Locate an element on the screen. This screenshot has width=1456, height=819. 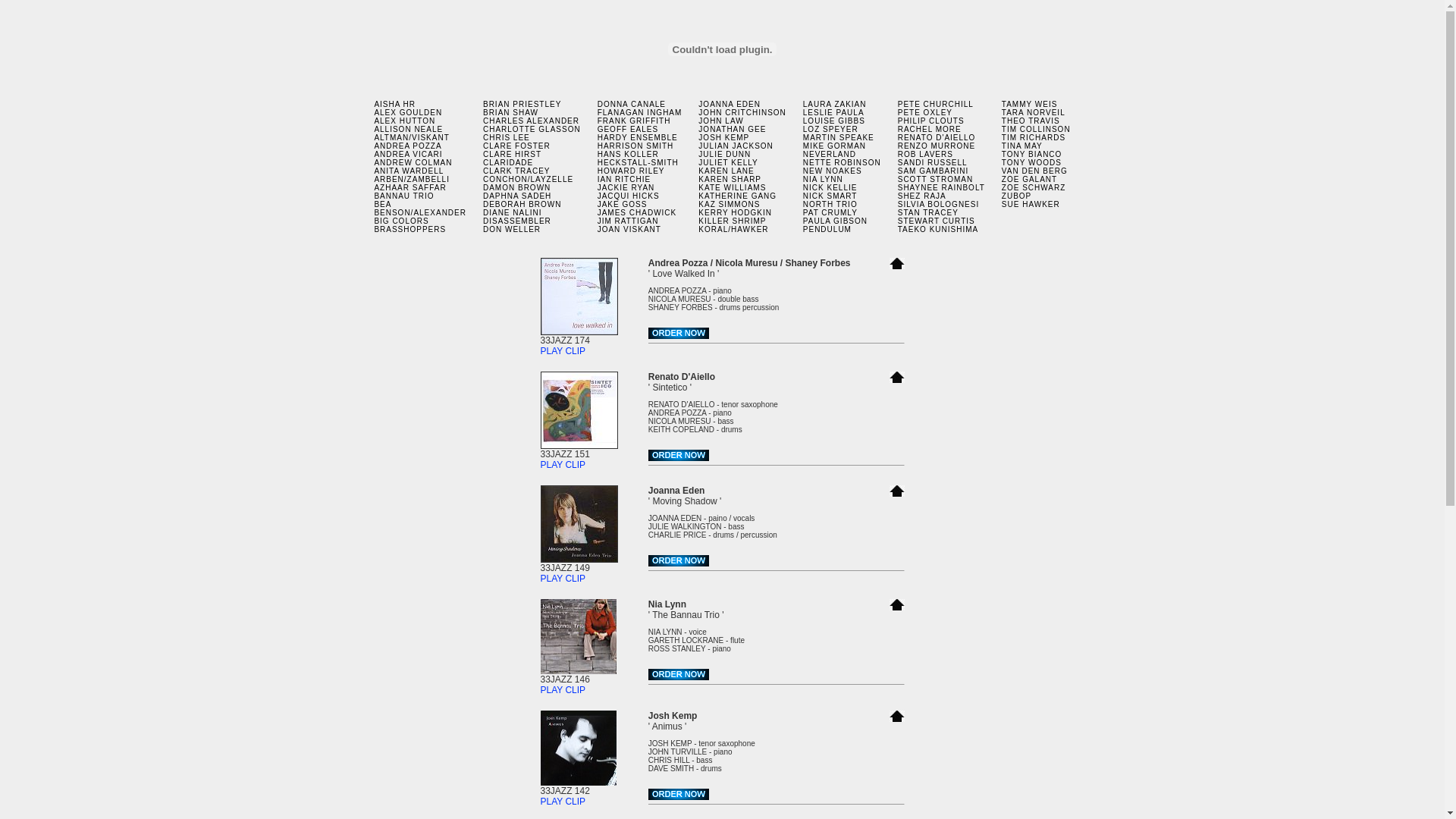
'JIM RATTIGAN' is located at coordinates (628, 221).